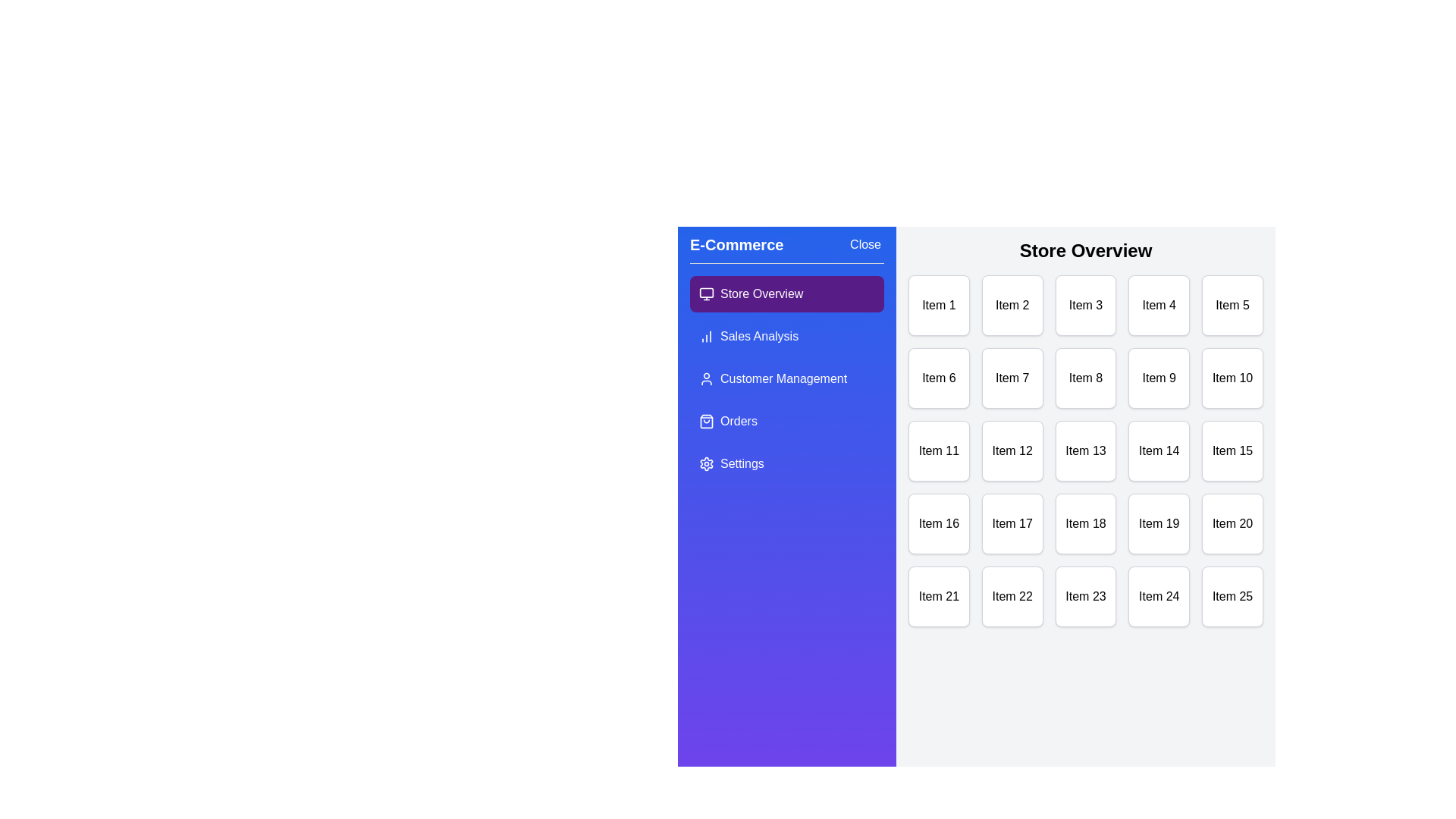 This screenshot has height=819, width=1456. I want to click on 'Close' button to hide the drawer, so click(865, 244).